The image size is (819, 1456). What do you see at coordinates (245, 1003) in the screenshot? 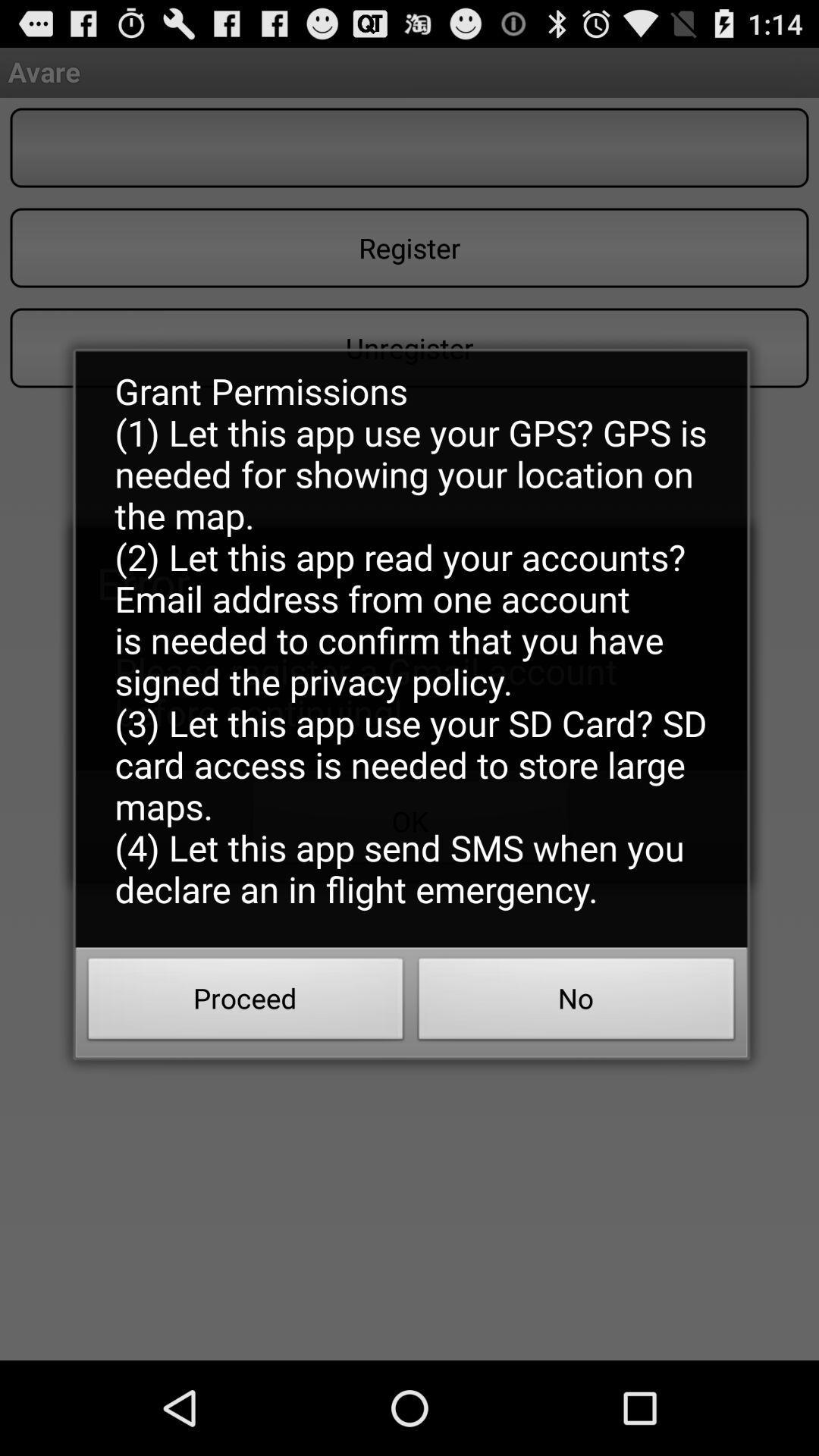
I see `icon to the left of the no` at bounding box center [245, 1003].